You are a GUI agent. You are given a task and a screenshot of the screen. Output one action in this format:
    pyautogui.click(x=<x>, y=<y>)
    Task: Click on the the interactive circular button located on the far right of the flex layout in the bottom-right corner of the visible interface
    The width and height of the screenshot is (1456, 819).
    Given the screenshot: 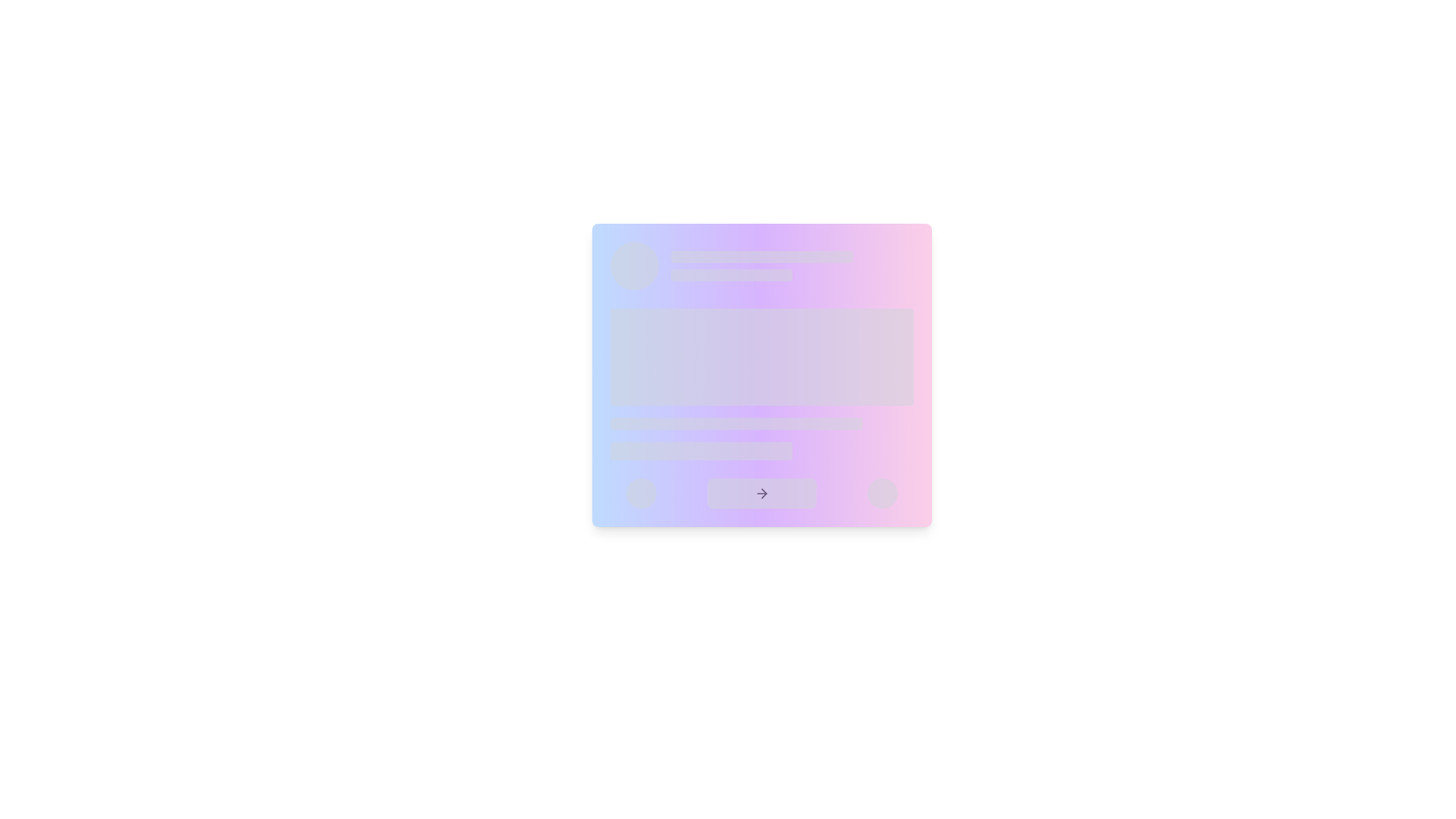 What is the action you would take?
    pyautogui.click(x=882, y=494)
    